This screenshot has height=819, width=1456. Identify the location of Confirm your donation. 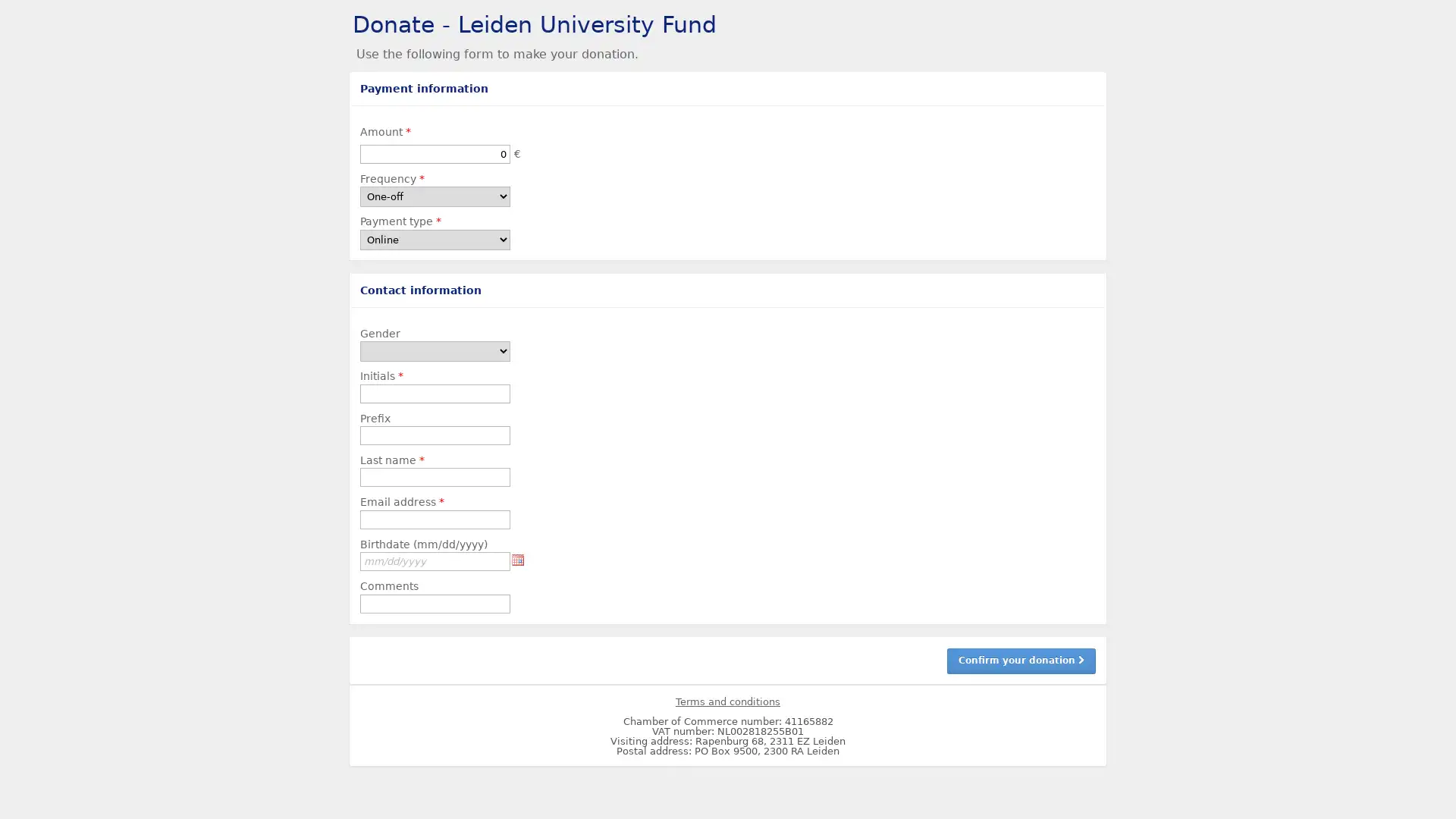
(1021, 660).